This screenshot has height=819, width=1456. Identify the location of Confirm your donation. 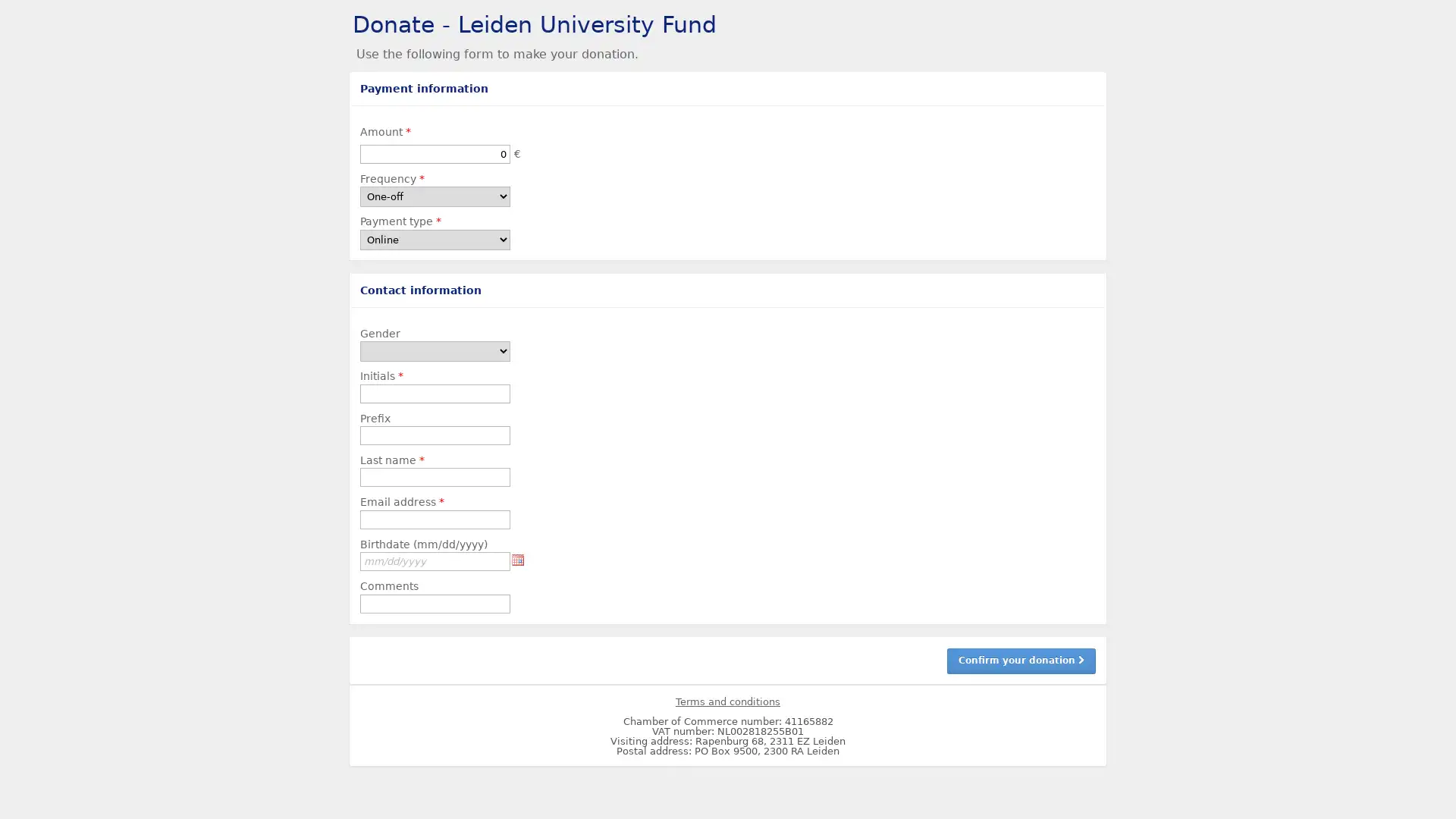
(1021, 660).